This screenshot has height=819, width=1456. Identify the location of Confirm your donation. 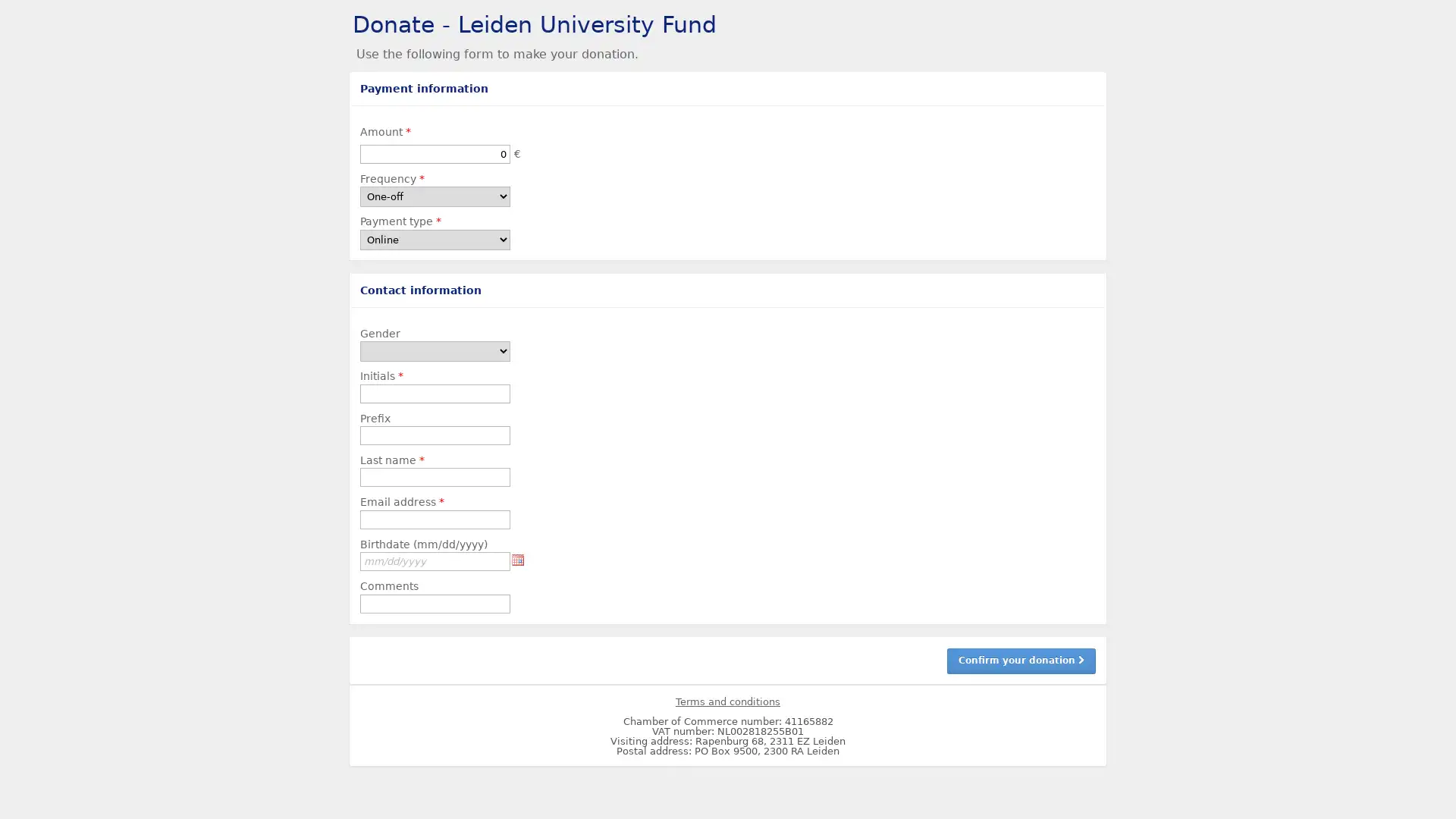
(1021, 660).